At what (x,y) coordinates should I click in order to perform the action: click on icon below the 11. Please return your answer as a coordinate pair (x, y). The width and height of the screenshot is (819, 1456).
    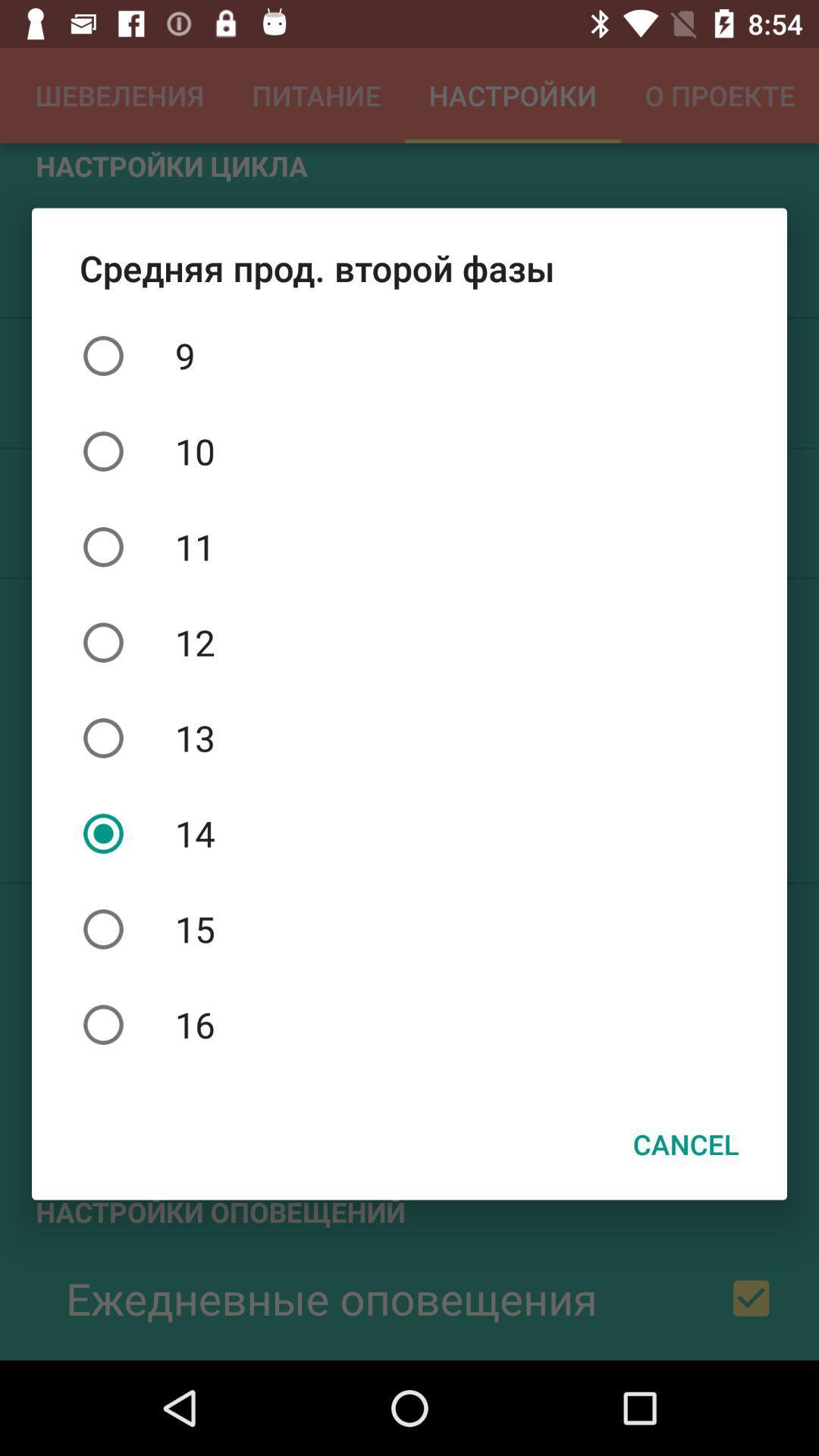
    Looking at the image, I should click on (409, 642).